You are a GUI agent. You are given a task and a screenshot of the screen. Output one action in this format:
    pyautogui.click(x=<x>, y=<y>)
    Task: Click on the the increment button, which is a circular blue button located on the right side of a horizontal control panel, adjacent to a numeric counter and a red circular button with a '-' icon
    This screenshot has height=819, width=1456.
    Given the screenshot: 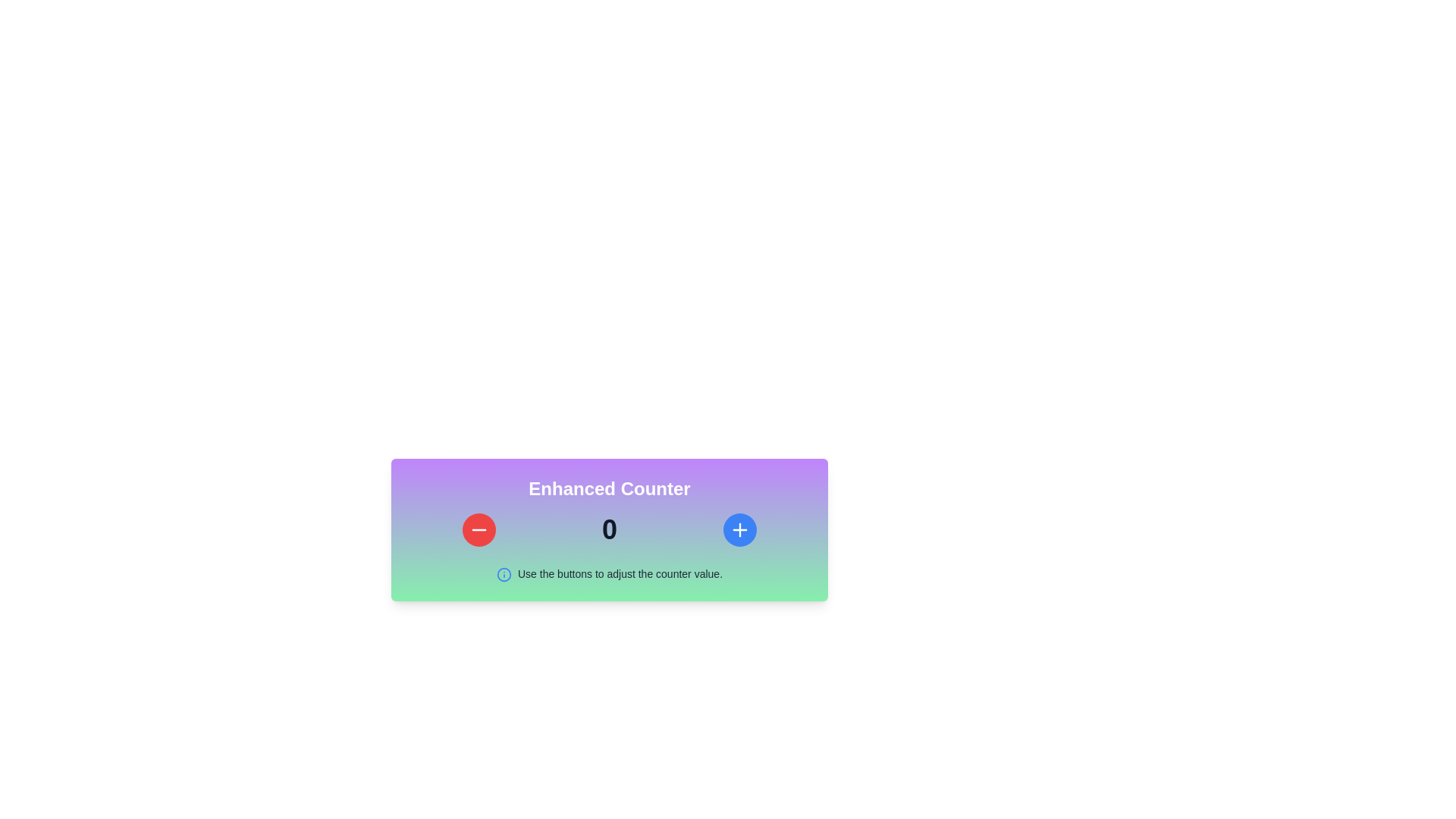 What is the action you would take?
    pyautogui.click(x=739, y=529)
    